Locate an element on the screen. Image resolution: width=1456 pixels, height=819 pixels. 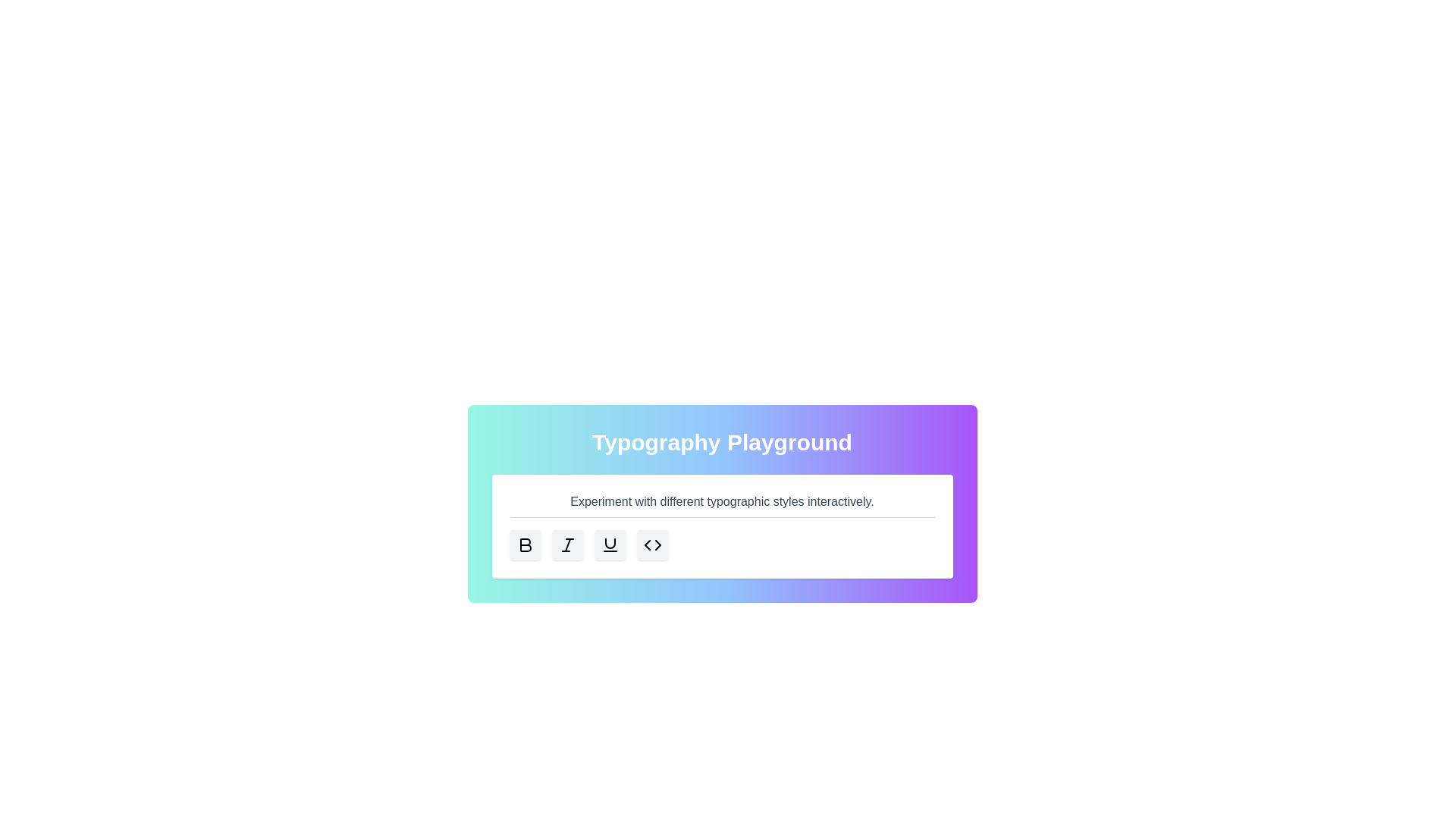
the second button from the left in the row of interactive text formatting buttons is located at coordinates (566, 544).